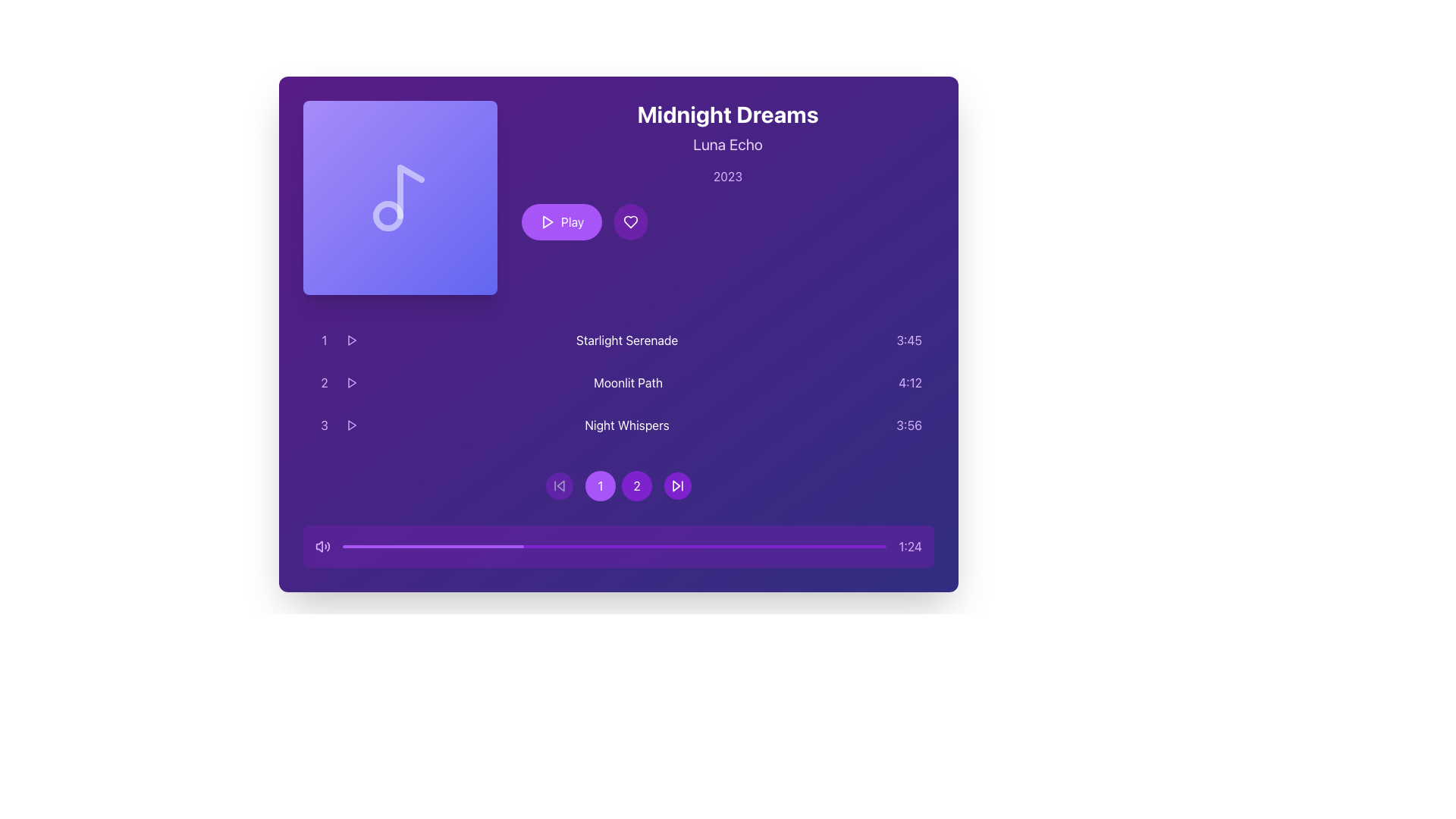 The width and height of the screenshot is (1456, 819). Describe the element at coordinates (318, 547) in the screenshot. I see `the volume mute icon button, which is styled in purple and located to the far left of the horizontal volume control bar, to mute or unmute audio` at that location.